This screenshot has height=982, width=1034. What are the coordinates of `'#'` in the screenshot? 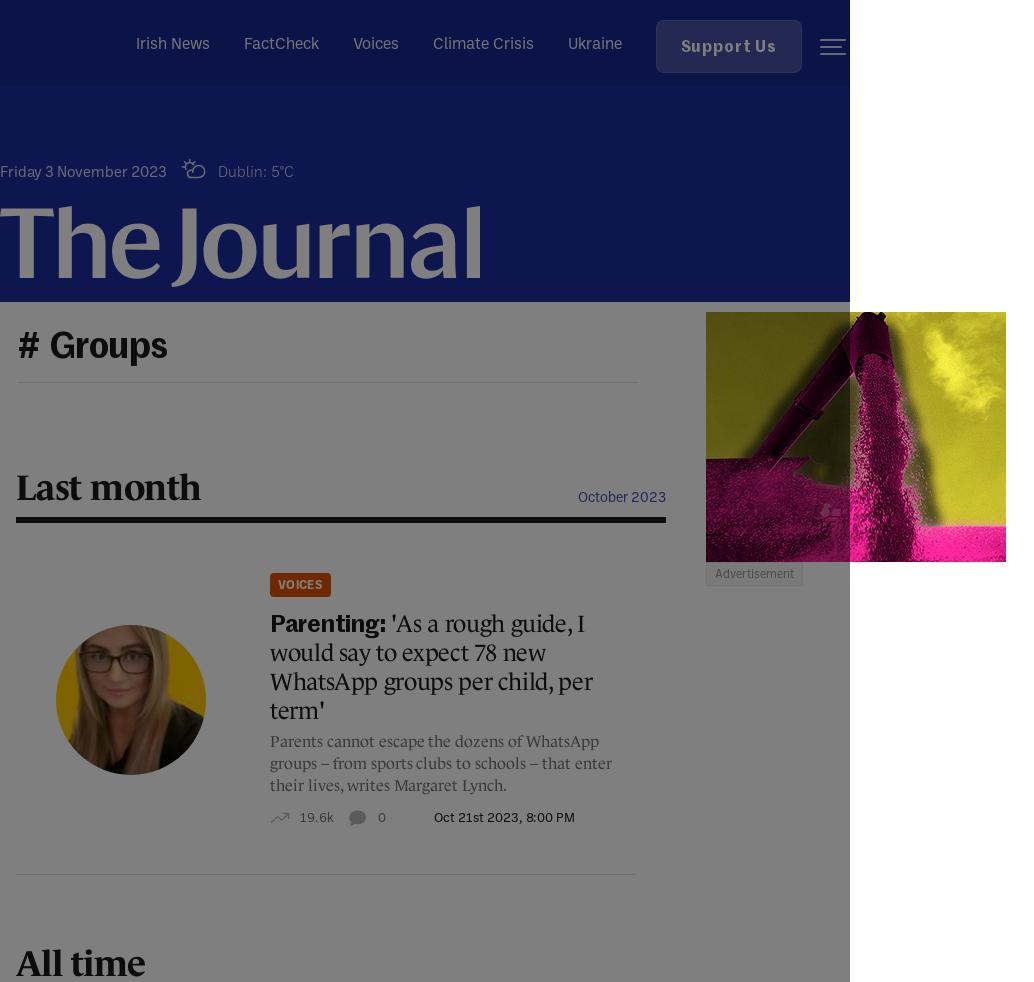 It's located at (28, 347).